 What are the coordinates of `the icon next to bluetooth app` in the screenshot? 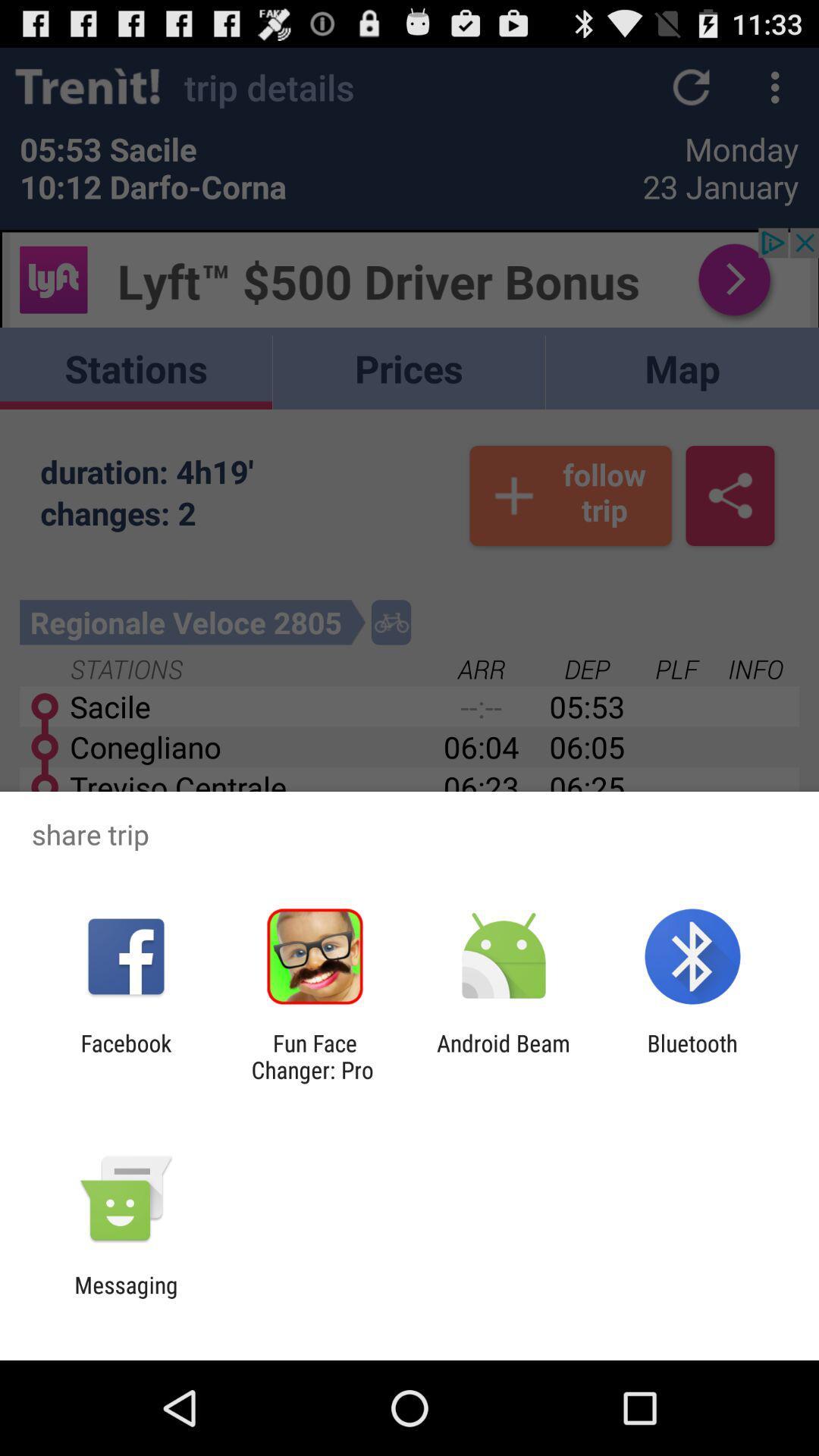 It's located at (504, 1056).